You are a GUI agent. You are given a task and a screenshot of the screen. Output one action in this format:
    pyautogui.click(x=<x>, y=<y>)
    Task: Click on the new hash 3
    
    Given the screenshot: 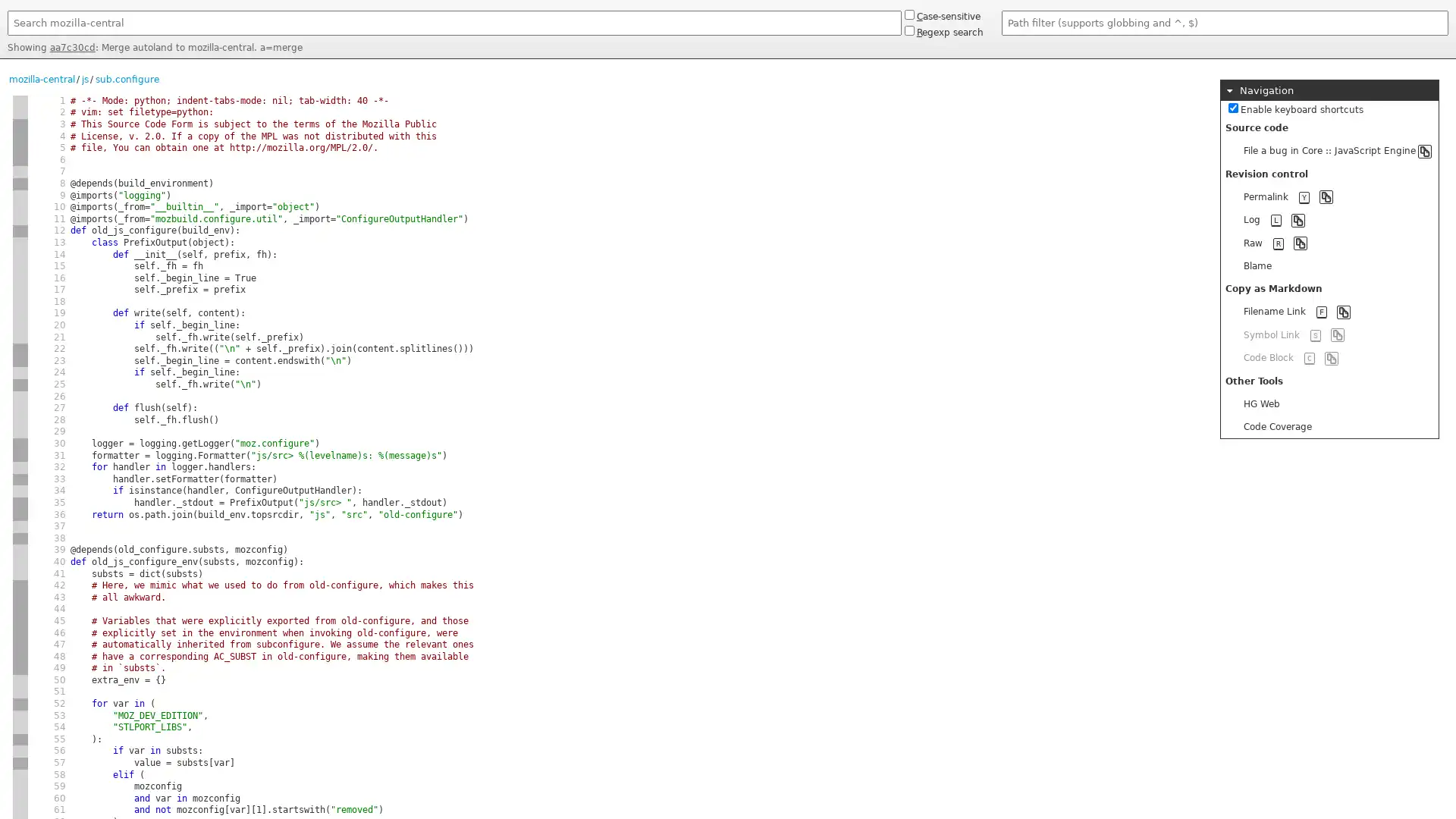 What is the action you would take?
    pyautogui.click(x=20, y=171)
    